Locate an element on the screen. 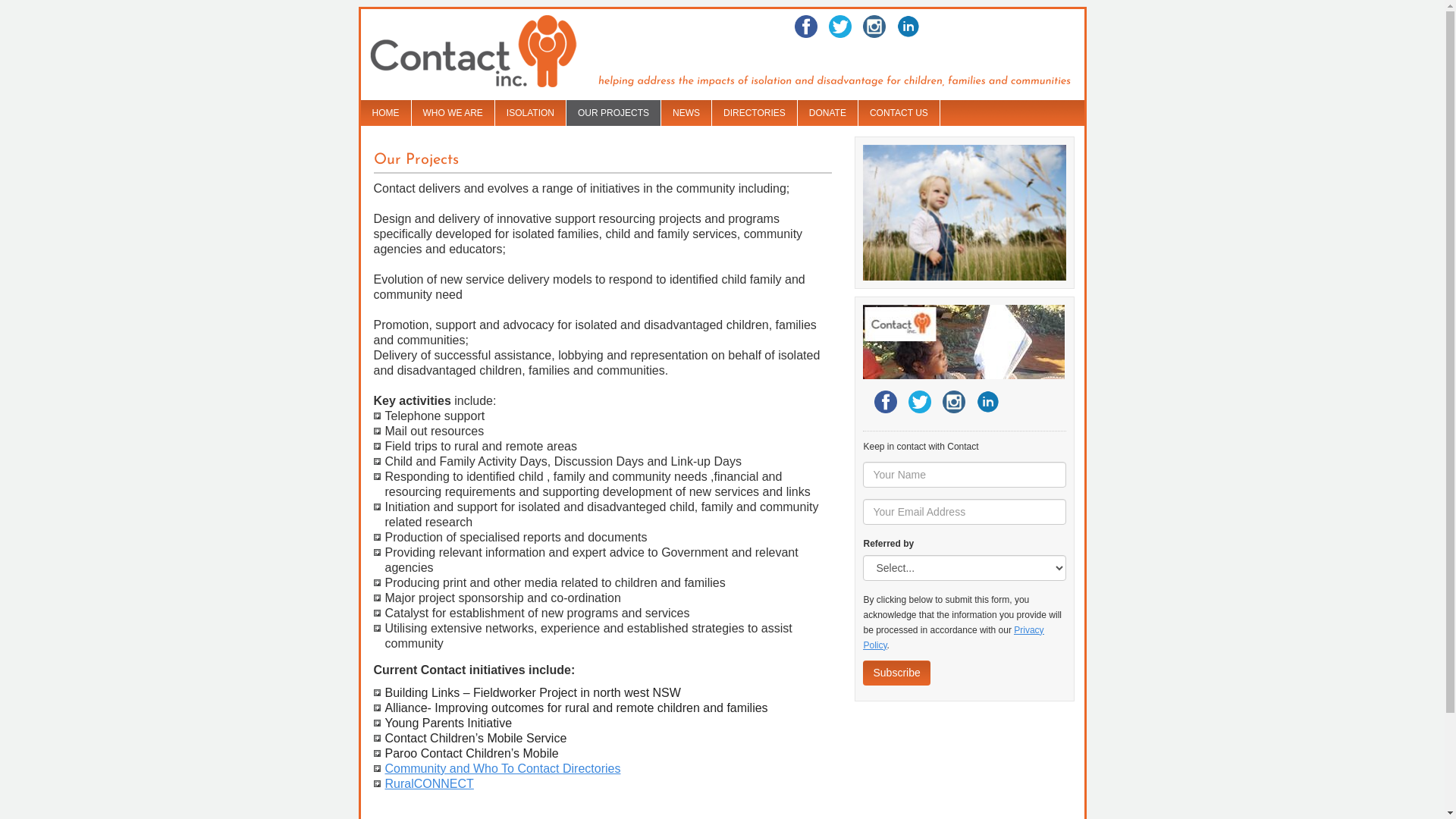 The height and width of the screenshot is (819, 1456). 'NEWS' is located at coordinates (661, 112).